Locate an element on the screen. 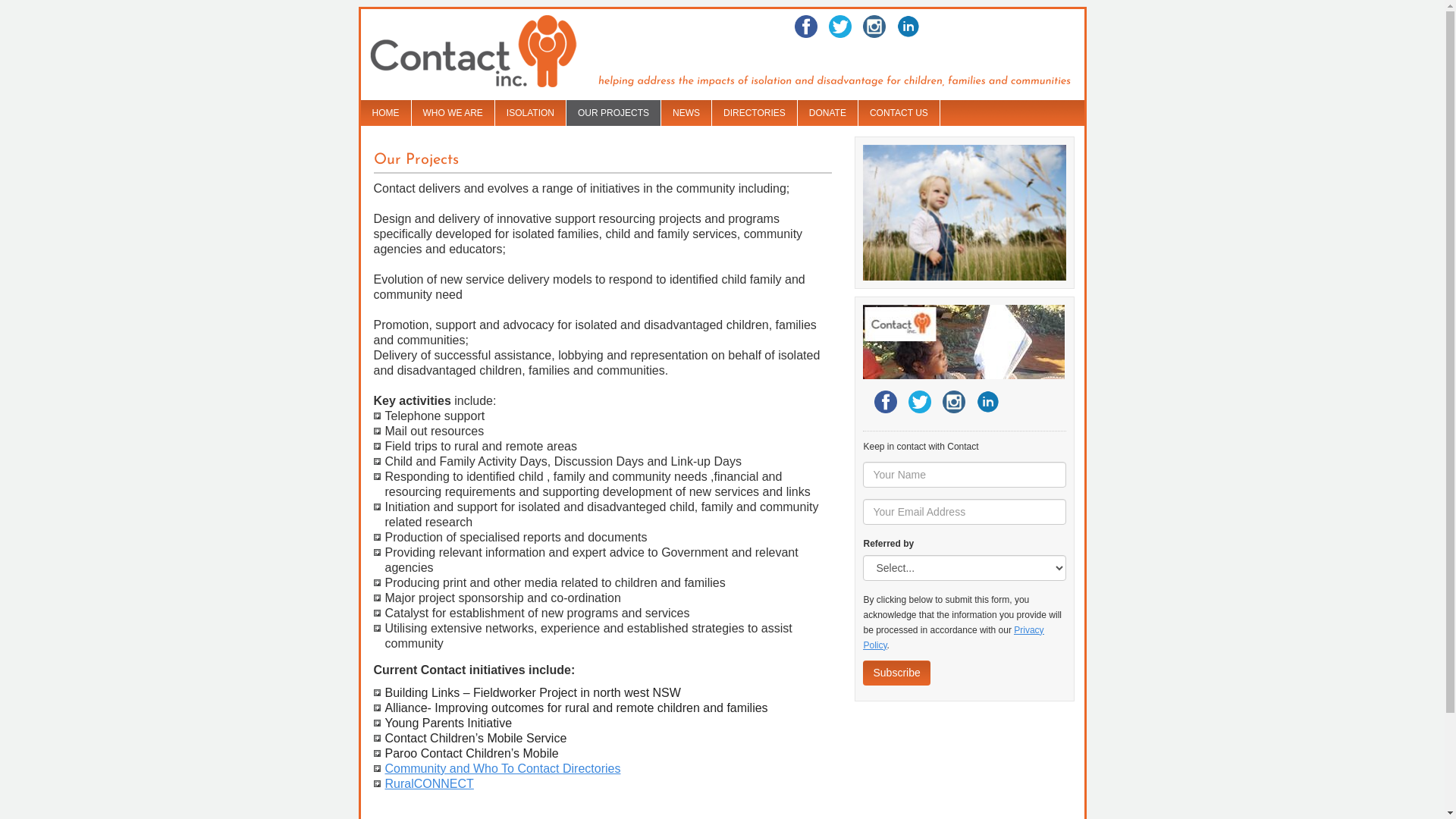 The height and width of the screenshot is (819, 1456). 'NEWS' is located at coordinates (661, 112).